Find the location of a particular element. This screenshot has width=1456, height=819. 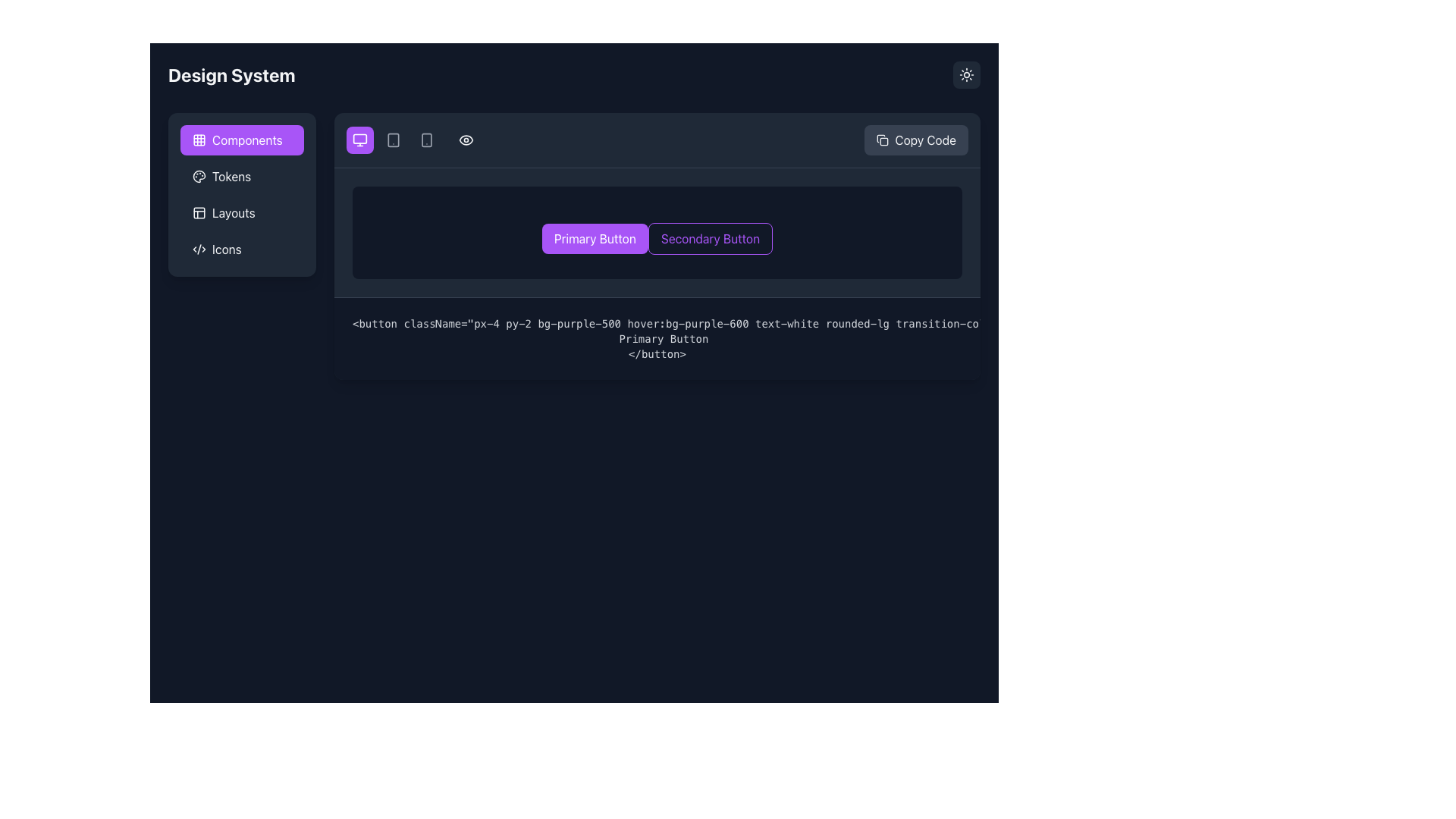

the small icon resembling a page or document within the 'Copy Code' button, positioned at the top-right corner of the interface is located at coordinates (883, 140).